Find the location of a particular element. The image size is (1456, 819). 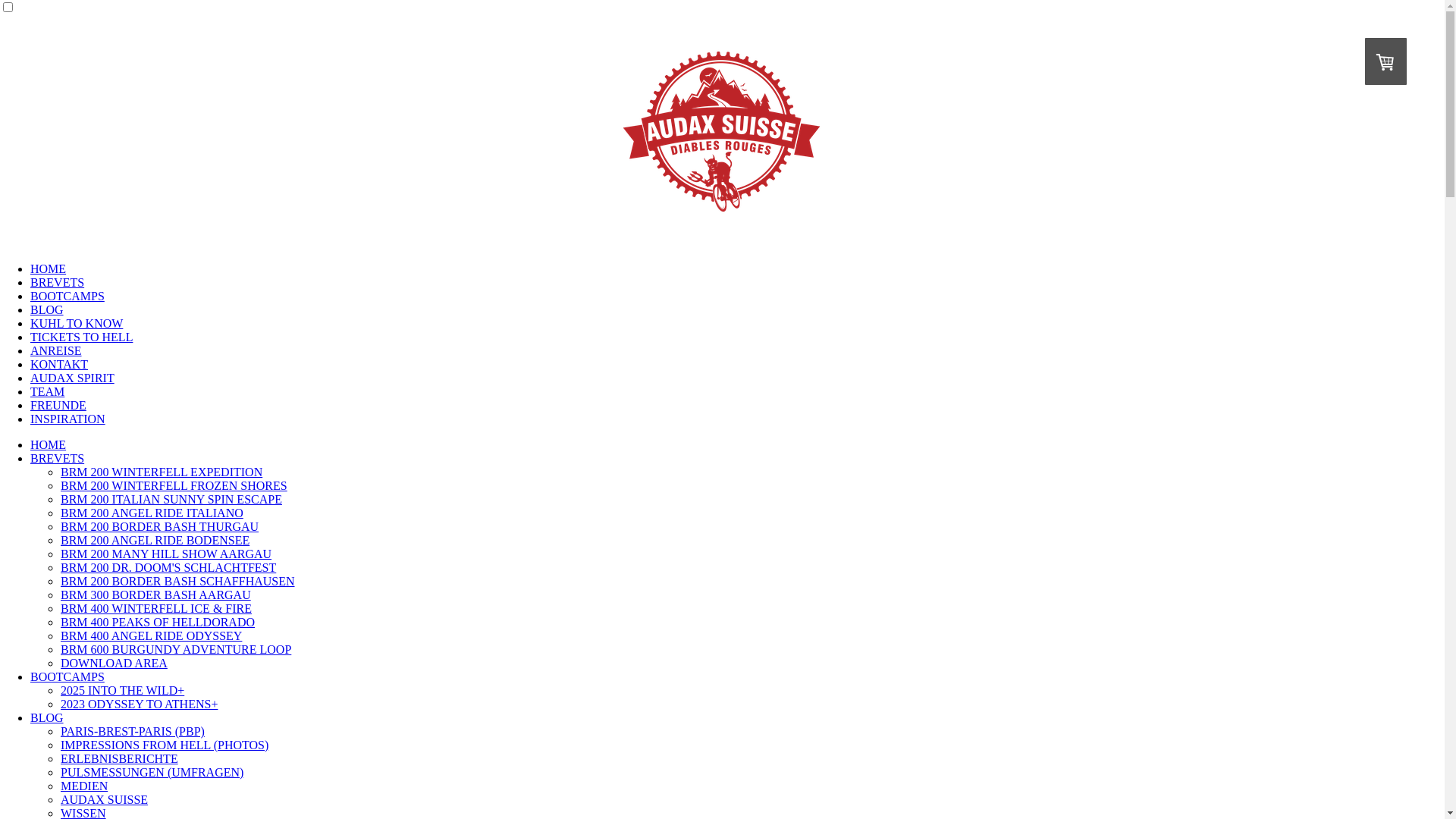

'BREVETS' is located at coordinates (57, 457).